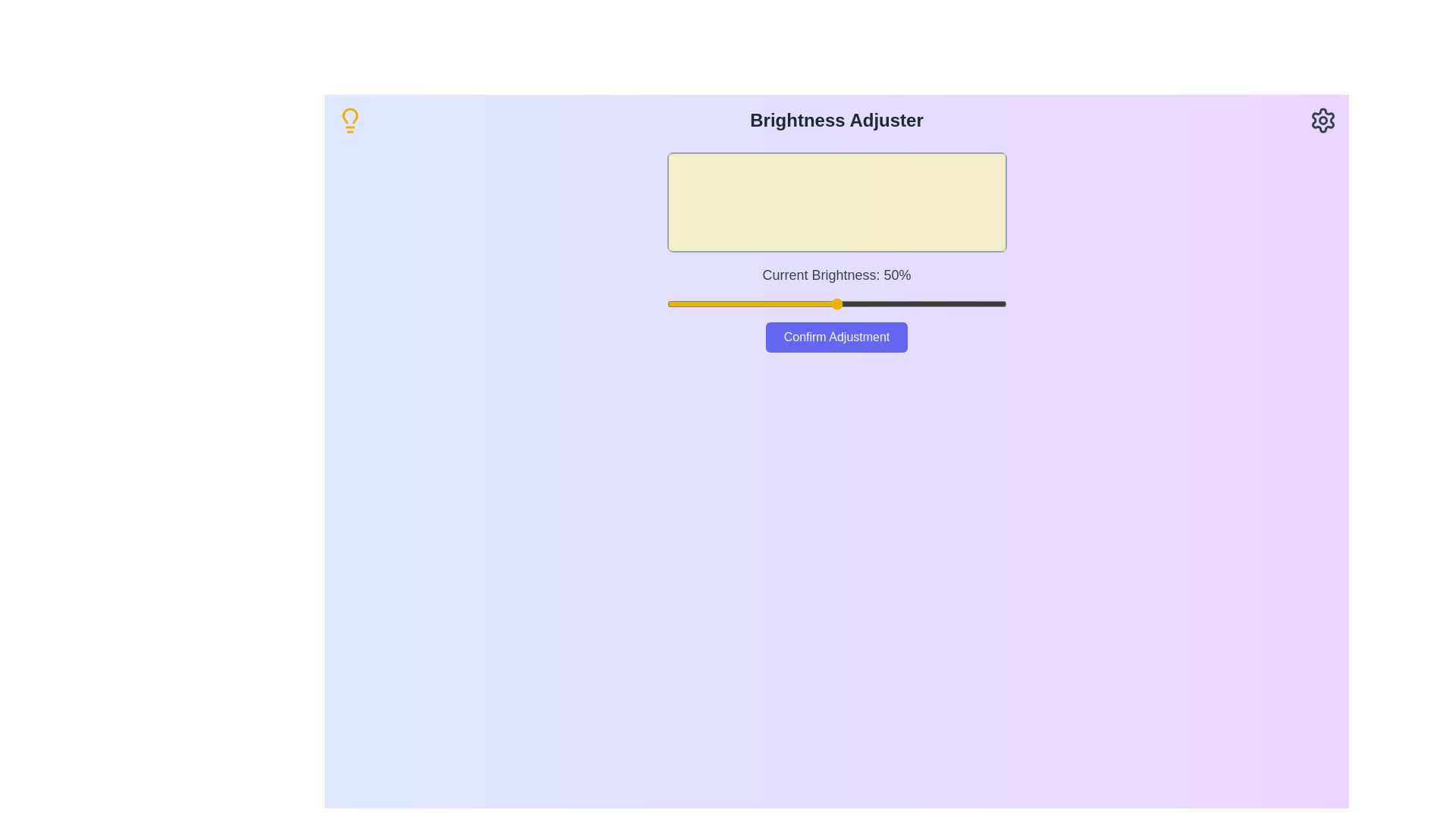  What do you see at coordinates (990, 304) in the screenshot?
I see `the brightness slider to 95%` at bounding box center [990, 304].